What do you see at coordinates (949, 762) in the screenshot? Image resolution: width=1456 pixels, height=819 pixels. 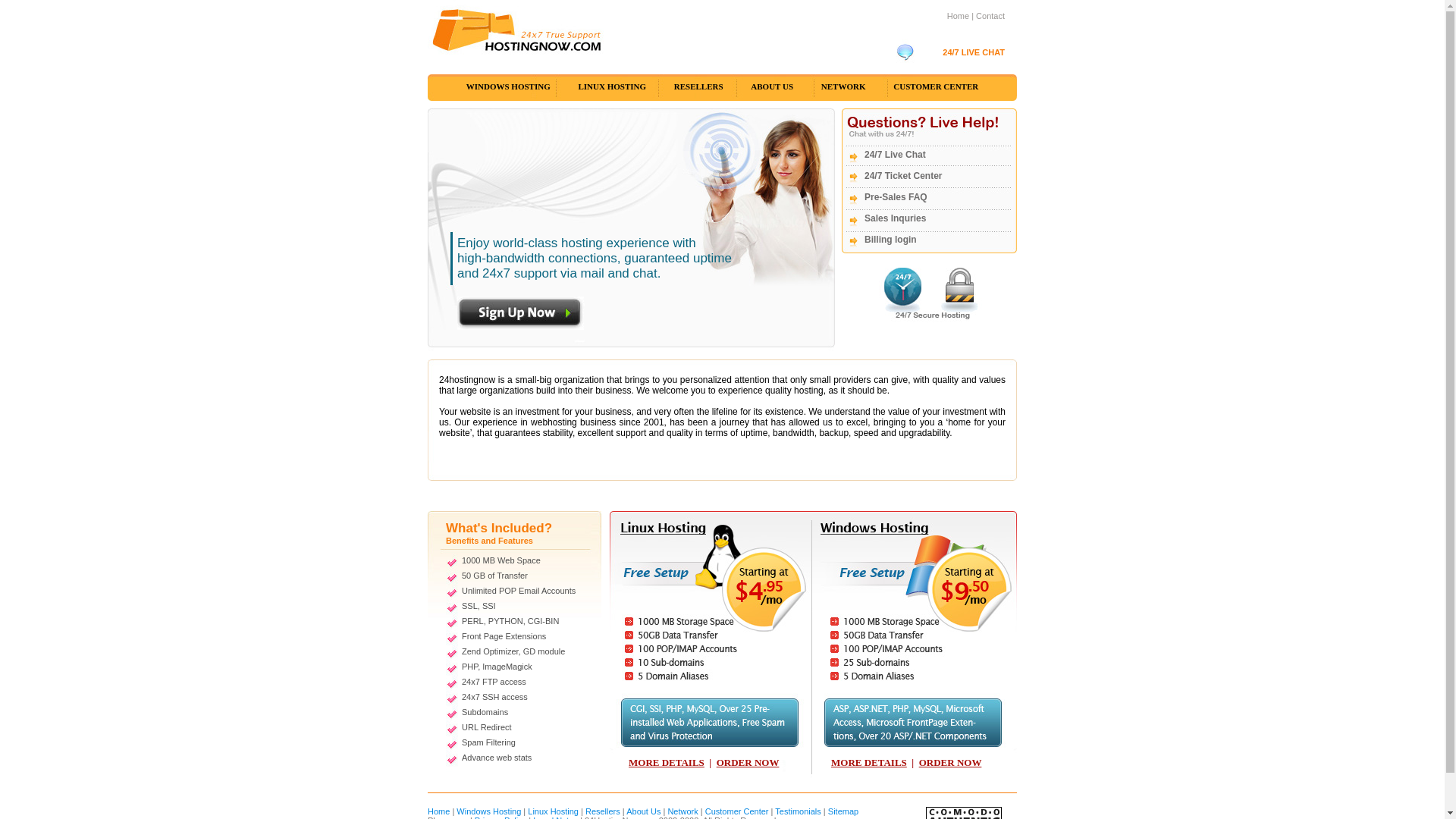 I see `'ORDER NOW'` at bounding box center [949, 762].